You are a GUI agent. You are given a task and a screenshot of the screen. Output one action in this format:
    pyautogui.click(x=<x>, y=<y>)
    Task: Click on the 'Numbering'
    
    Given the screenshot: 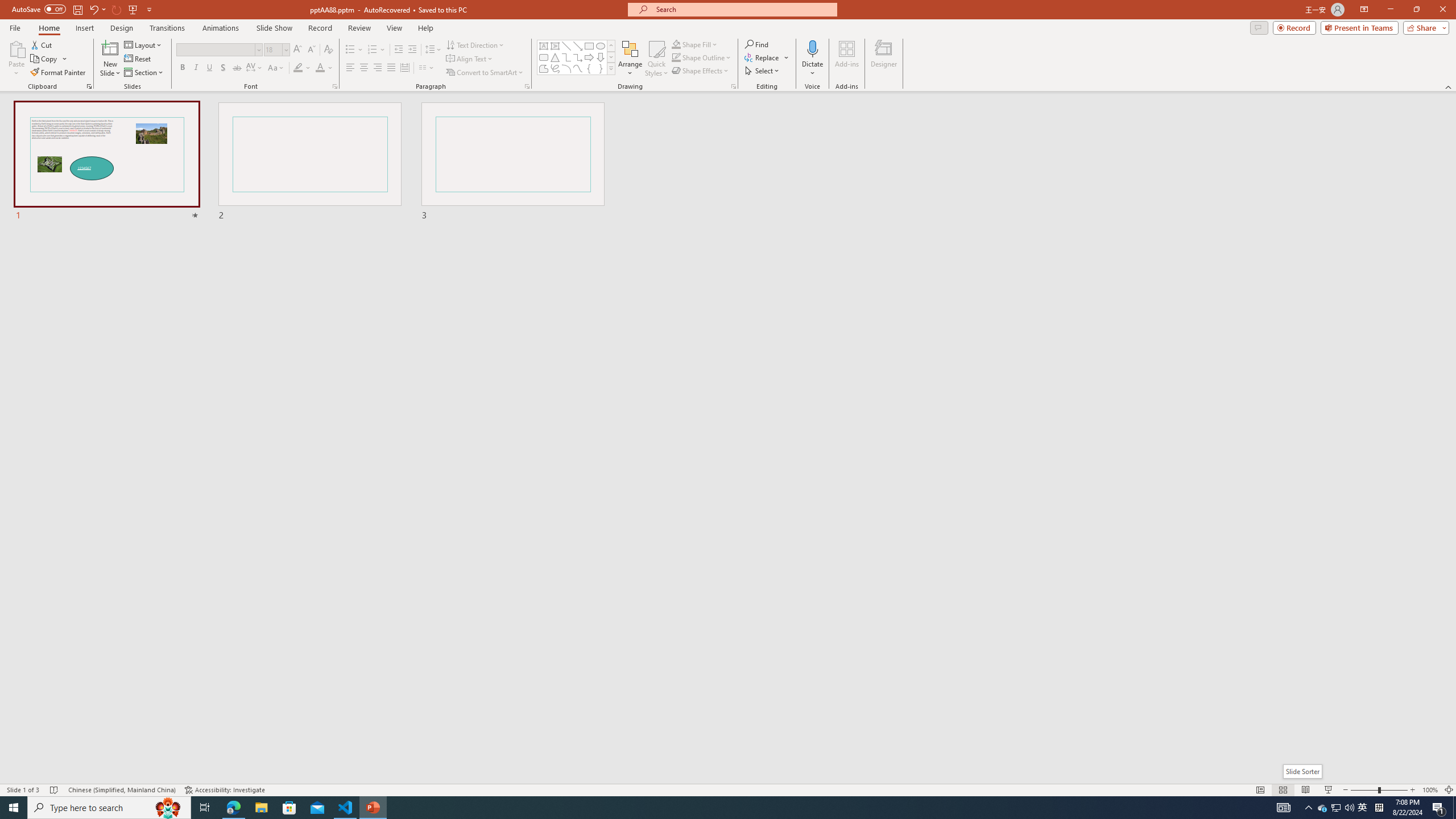 What is the action you would take?
    pyautogui.click(x=373, y=49)
    